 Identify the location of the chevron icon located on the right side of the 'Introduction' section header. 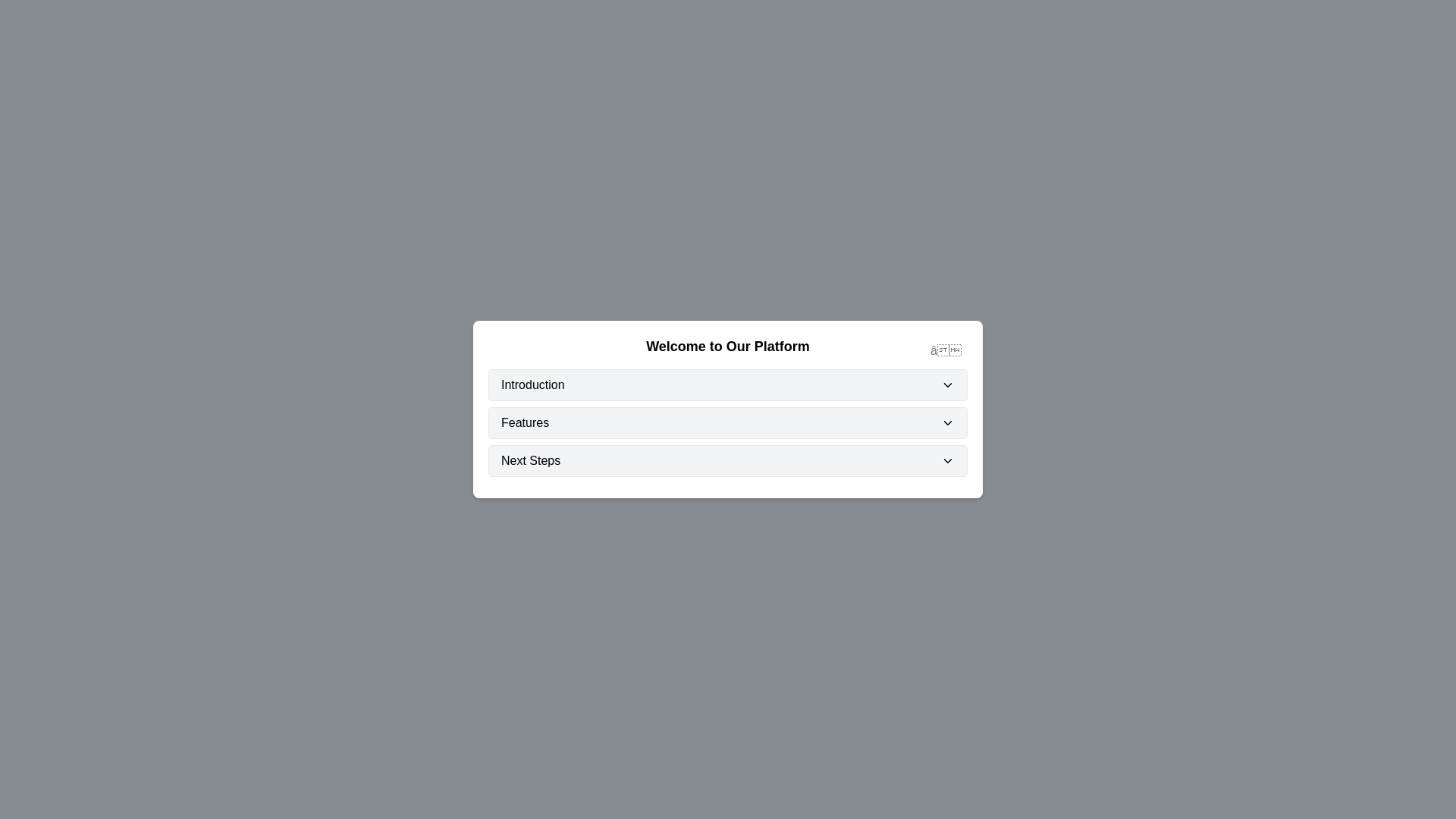
(946, 384).